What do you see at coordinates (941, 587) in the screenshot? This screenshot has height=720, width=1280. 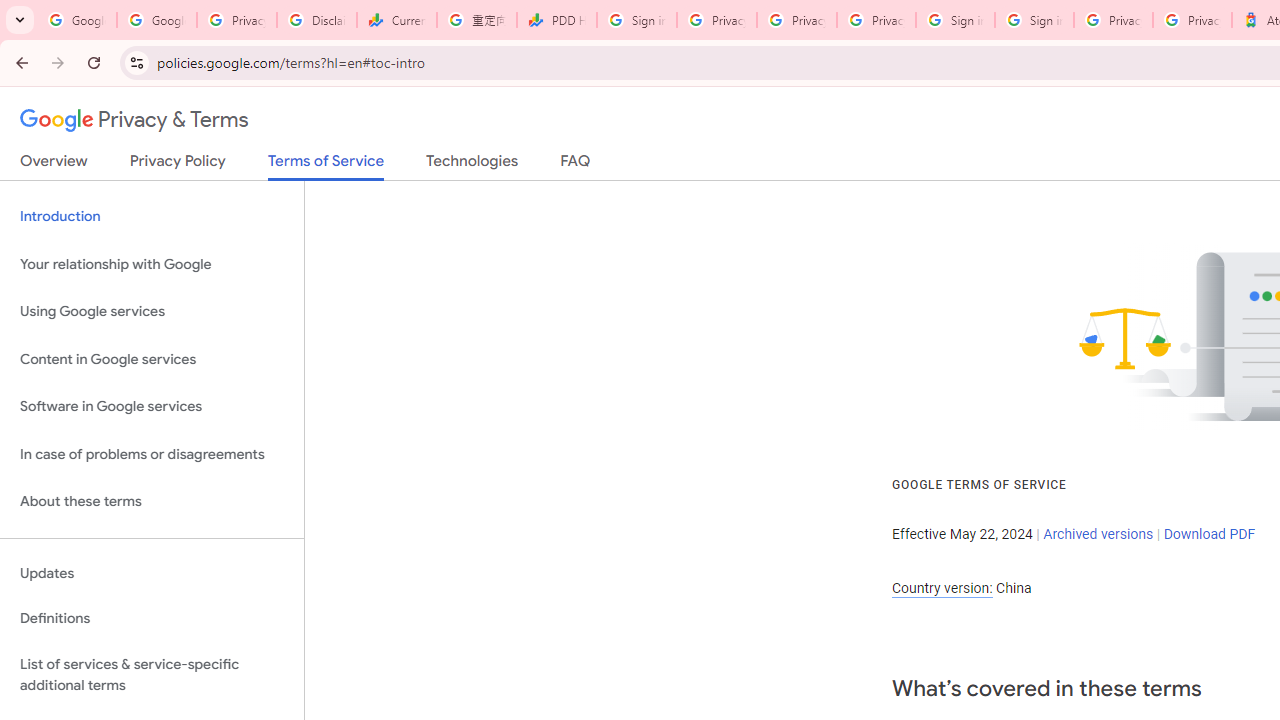 I see `'Country version:'` at bounding box center [941, 587].